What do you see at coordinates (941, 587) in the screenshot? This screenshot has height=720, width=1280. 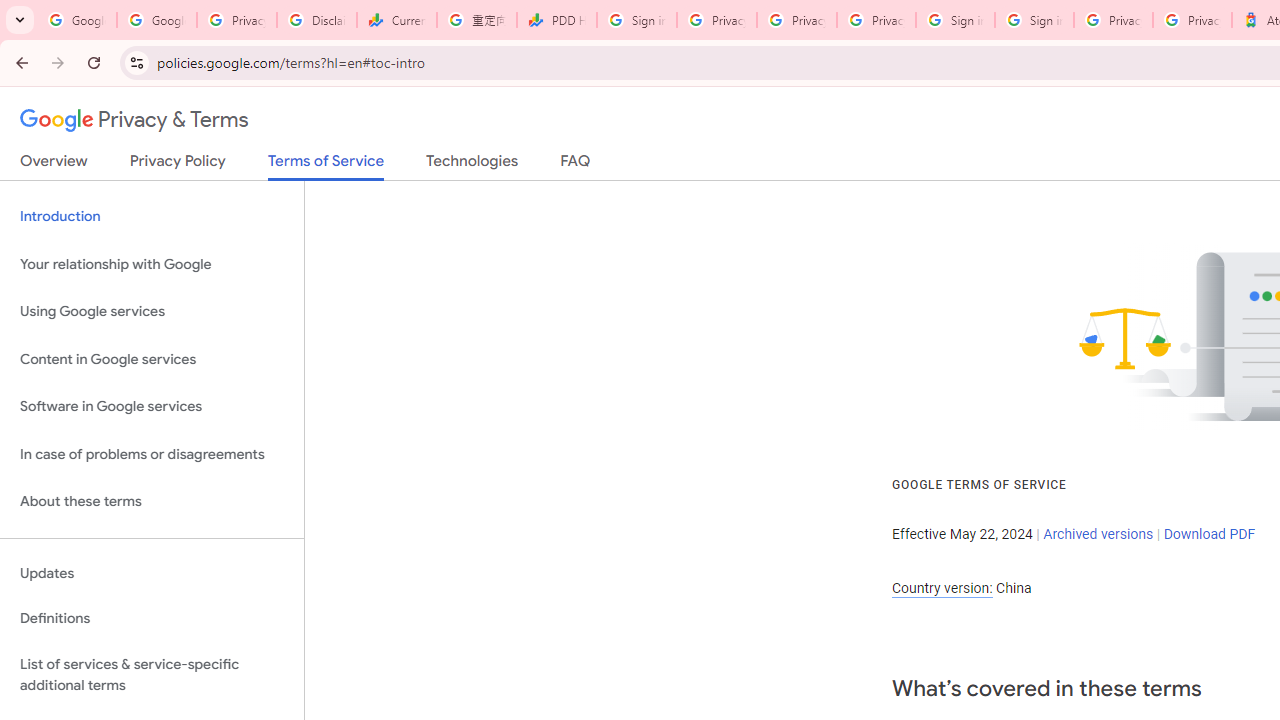 I see `'Country version:'` at bounding box center [941, 587].